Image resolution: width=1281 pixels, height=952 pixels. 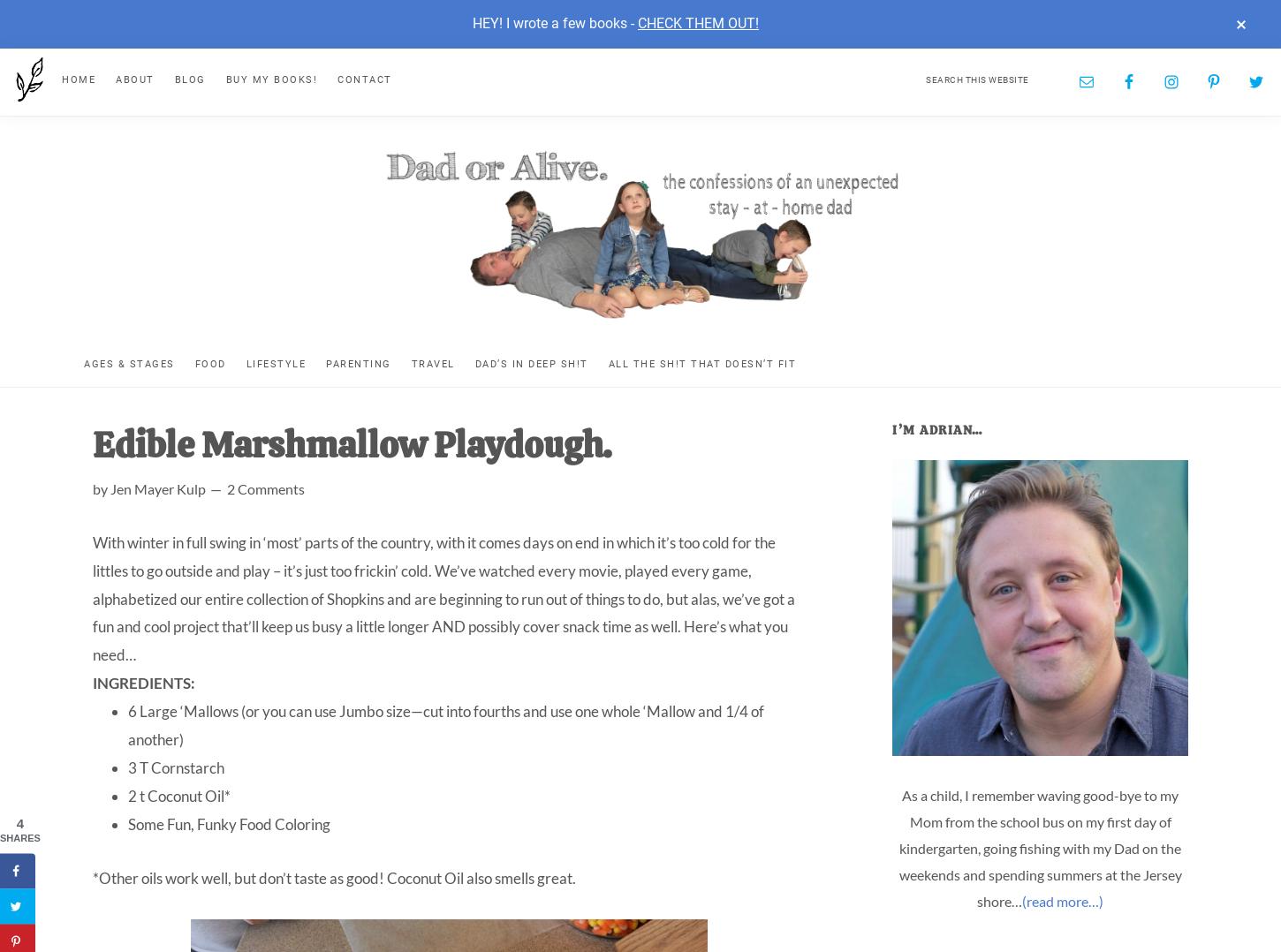 I want to click on 'Blog', so click(x=188, y=78).